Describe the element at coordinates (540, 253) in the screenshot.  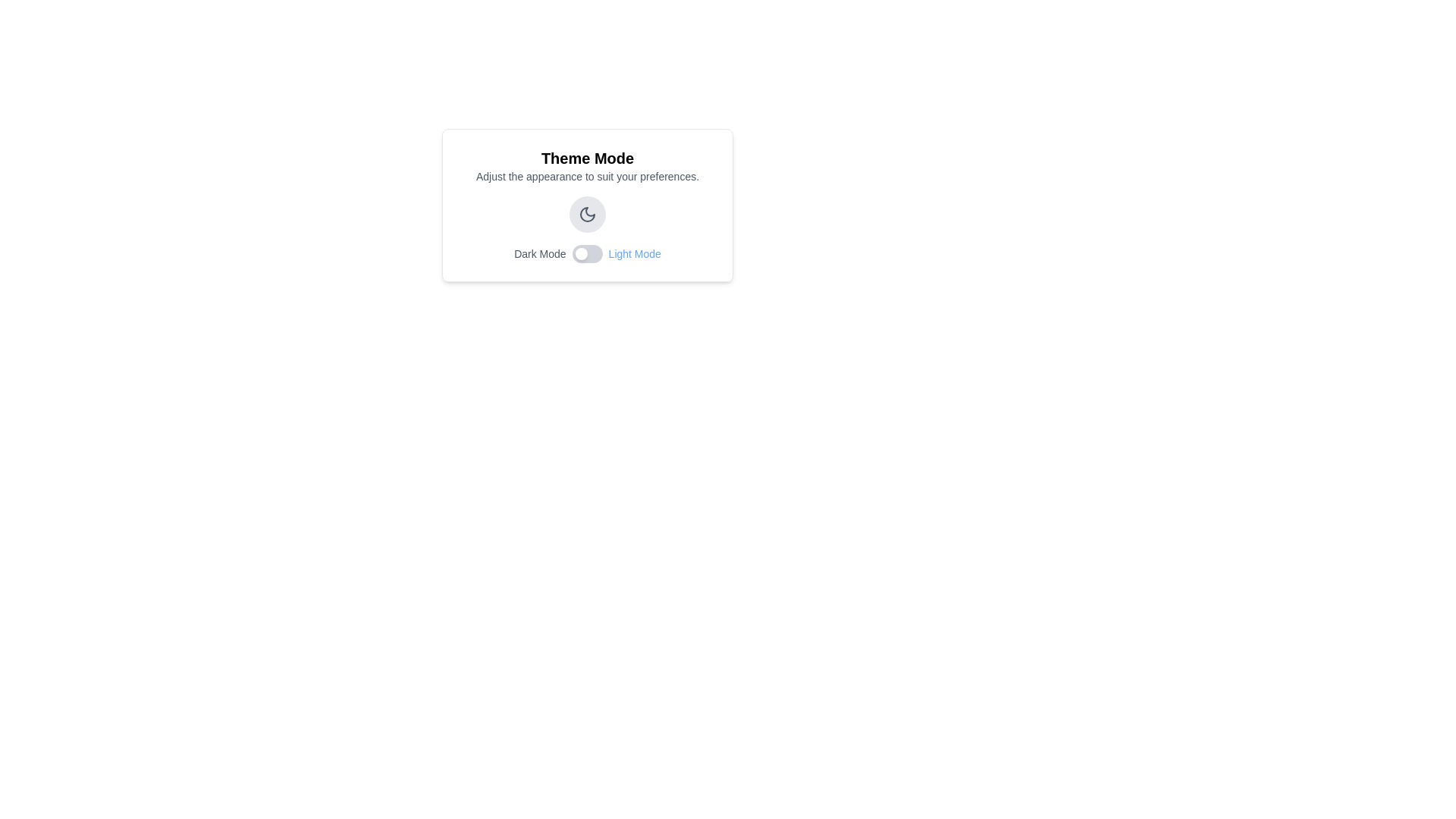
I see `the Static Text element that indicates the current or selectable state related to dark mode, positioned at the left end of the theme mode toggle interface` at that location.